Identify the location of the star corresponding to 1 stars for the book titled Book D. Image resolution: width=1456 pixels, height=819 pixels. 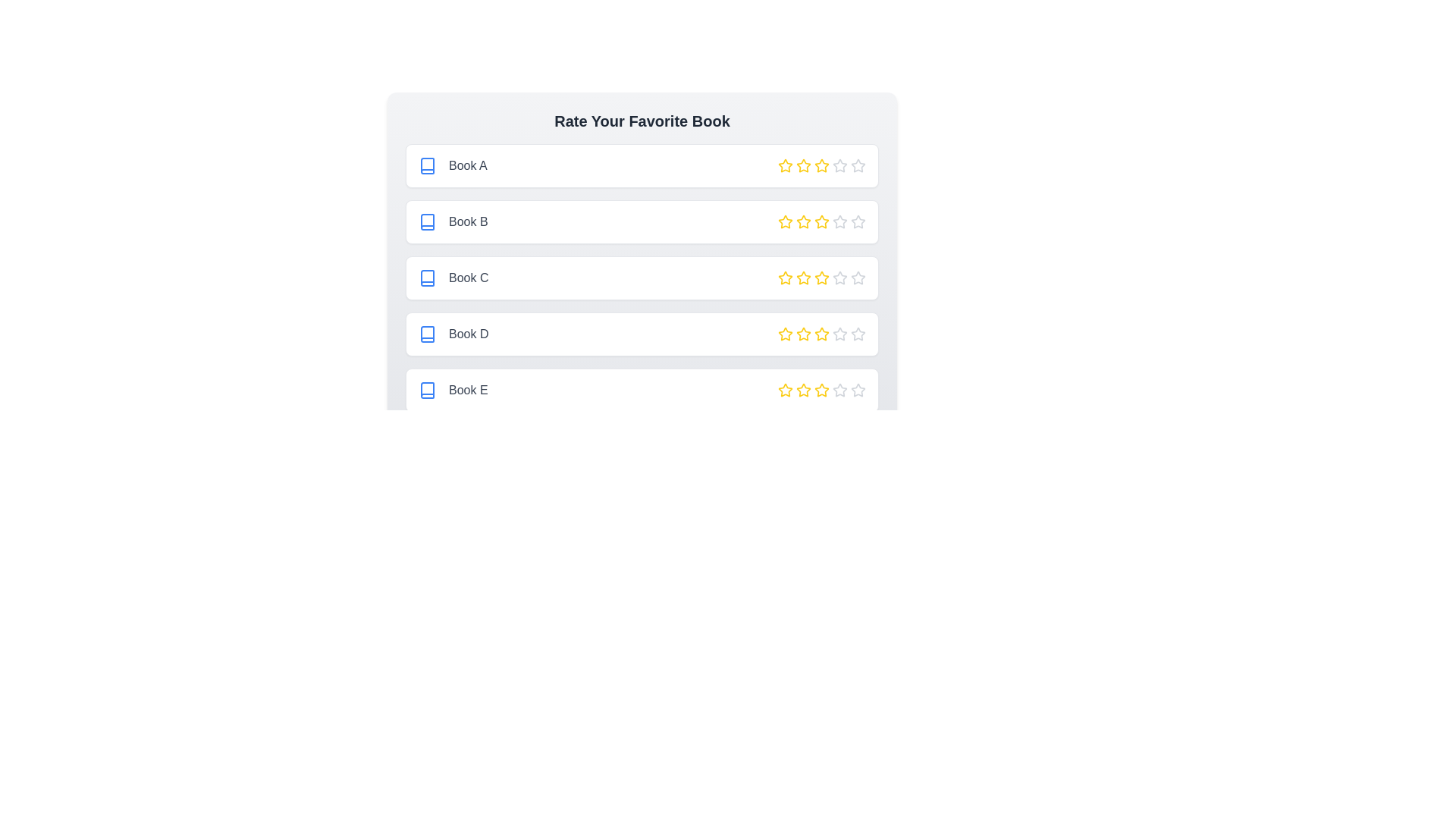
(786, 333).